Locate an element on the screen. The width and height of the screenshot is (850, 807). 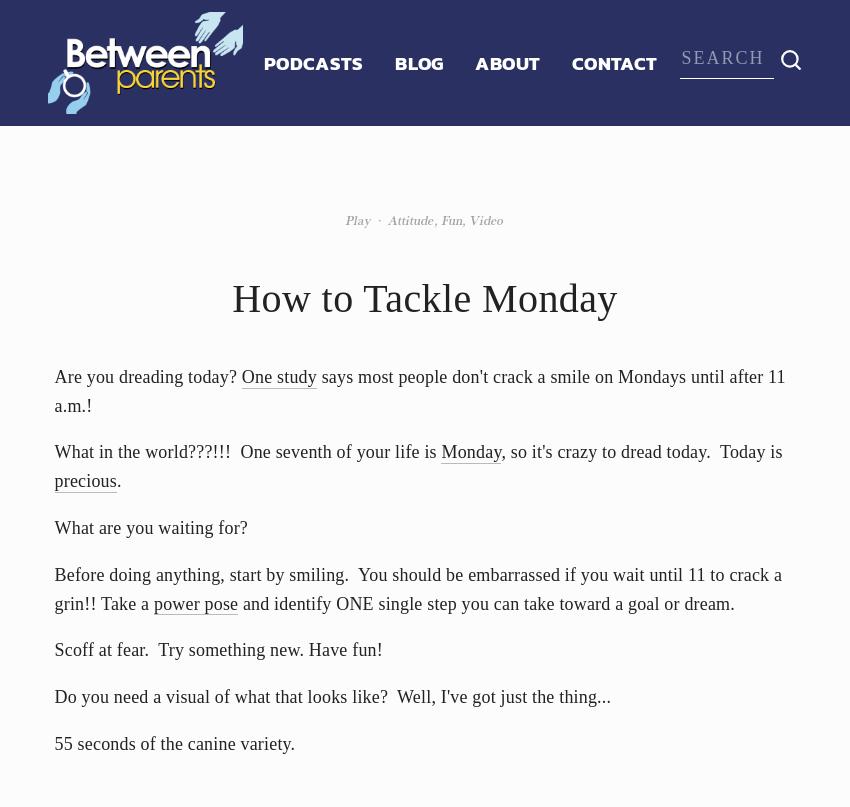
'What in the world???!!!  One seventh of your life is' is located at coordinates (53, 451).